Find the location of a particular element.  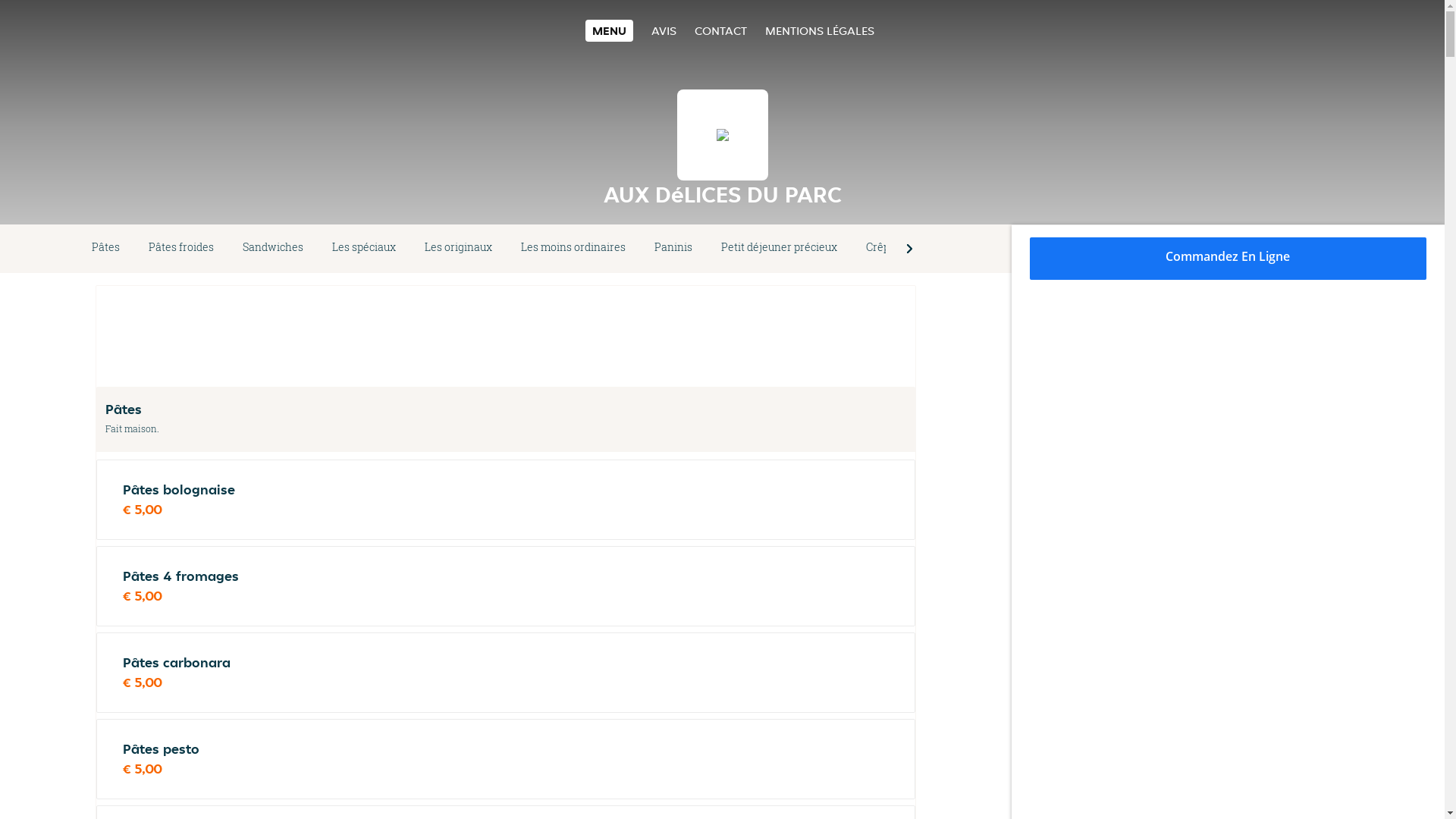

'Les originaux' is located at coordinates (410, 247).